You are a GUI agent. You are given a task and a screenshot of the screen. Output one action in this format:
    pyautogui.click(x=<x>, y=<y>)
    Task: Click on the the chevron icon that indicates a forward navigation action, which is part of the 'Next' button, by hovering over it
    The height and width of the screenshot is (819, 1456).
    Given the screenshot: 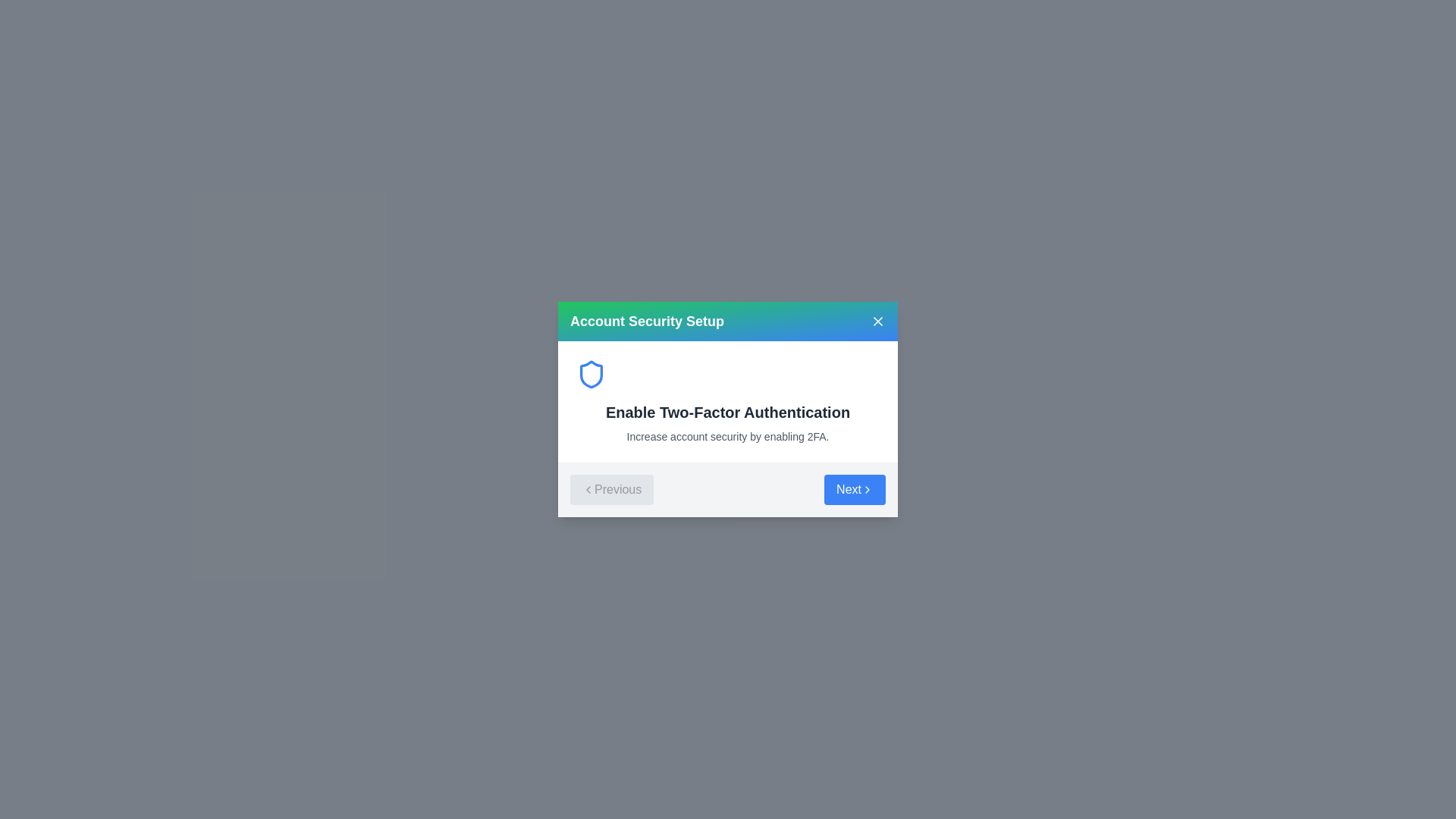 What is the action you would take?
    pyautogui.click(x=867, y=489)
    